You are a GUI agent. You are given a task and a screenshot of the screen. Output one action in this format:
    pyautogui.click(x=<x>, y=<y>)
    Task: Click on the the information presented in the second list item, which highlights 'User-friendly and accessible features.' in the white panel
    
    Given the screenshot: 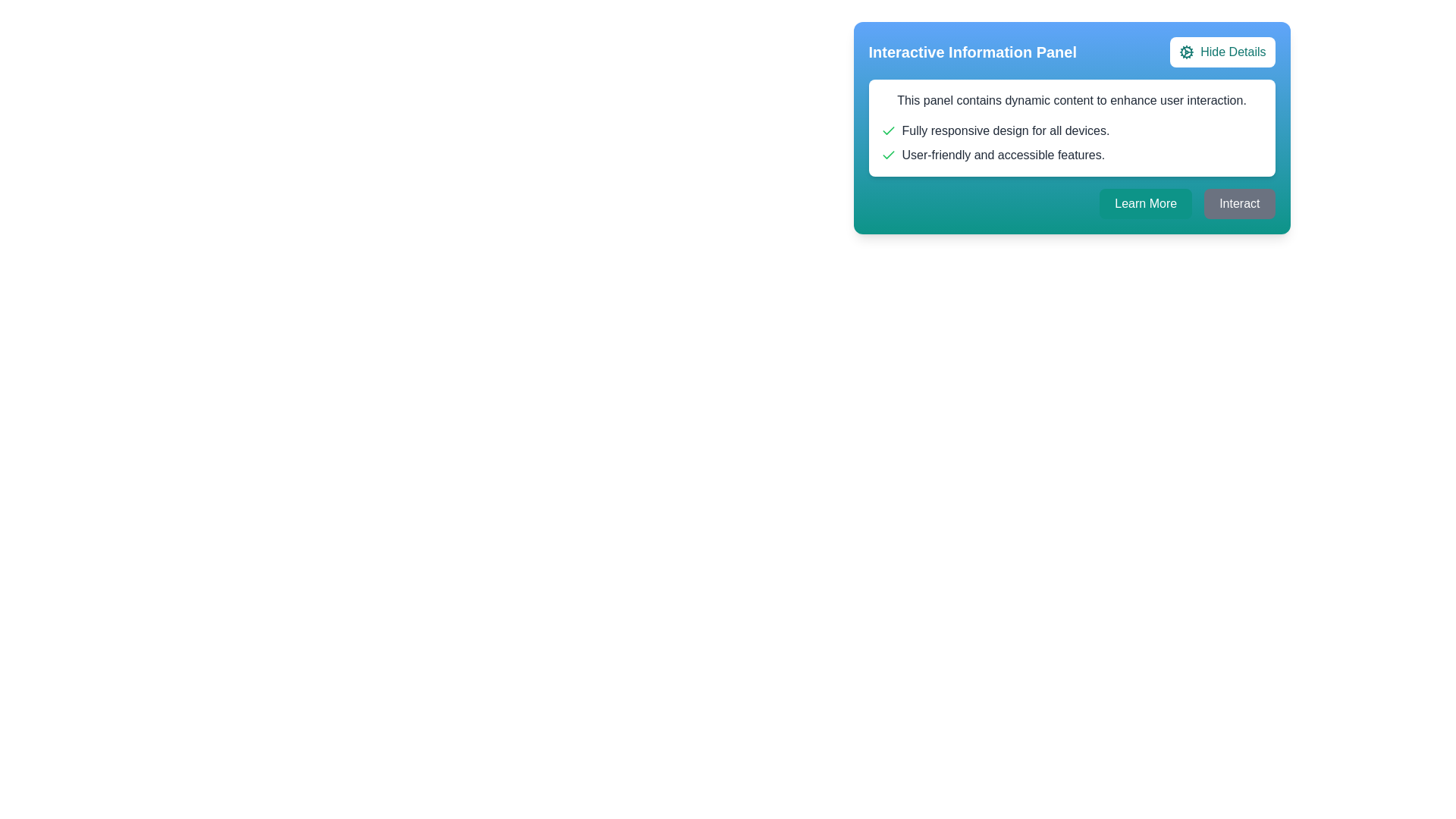 What is the action you would take?
    pyautogui.click(x=1071, y=155)
    